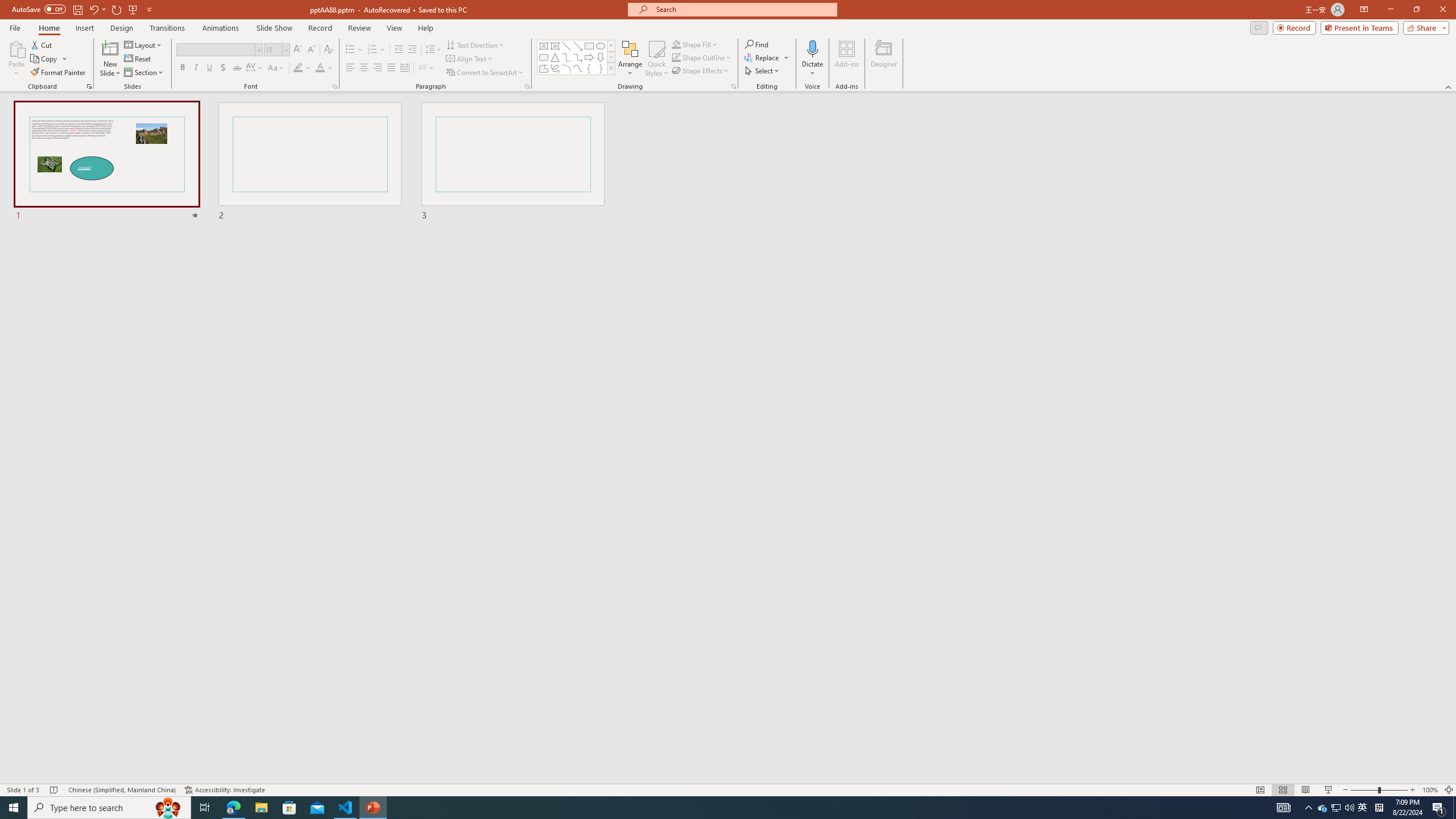 This screenshot has height=819, width=1456. What do you see at coordinates (812, 68) in the screenshot?
I see `'More Options'` at bounding box center [812, 68].